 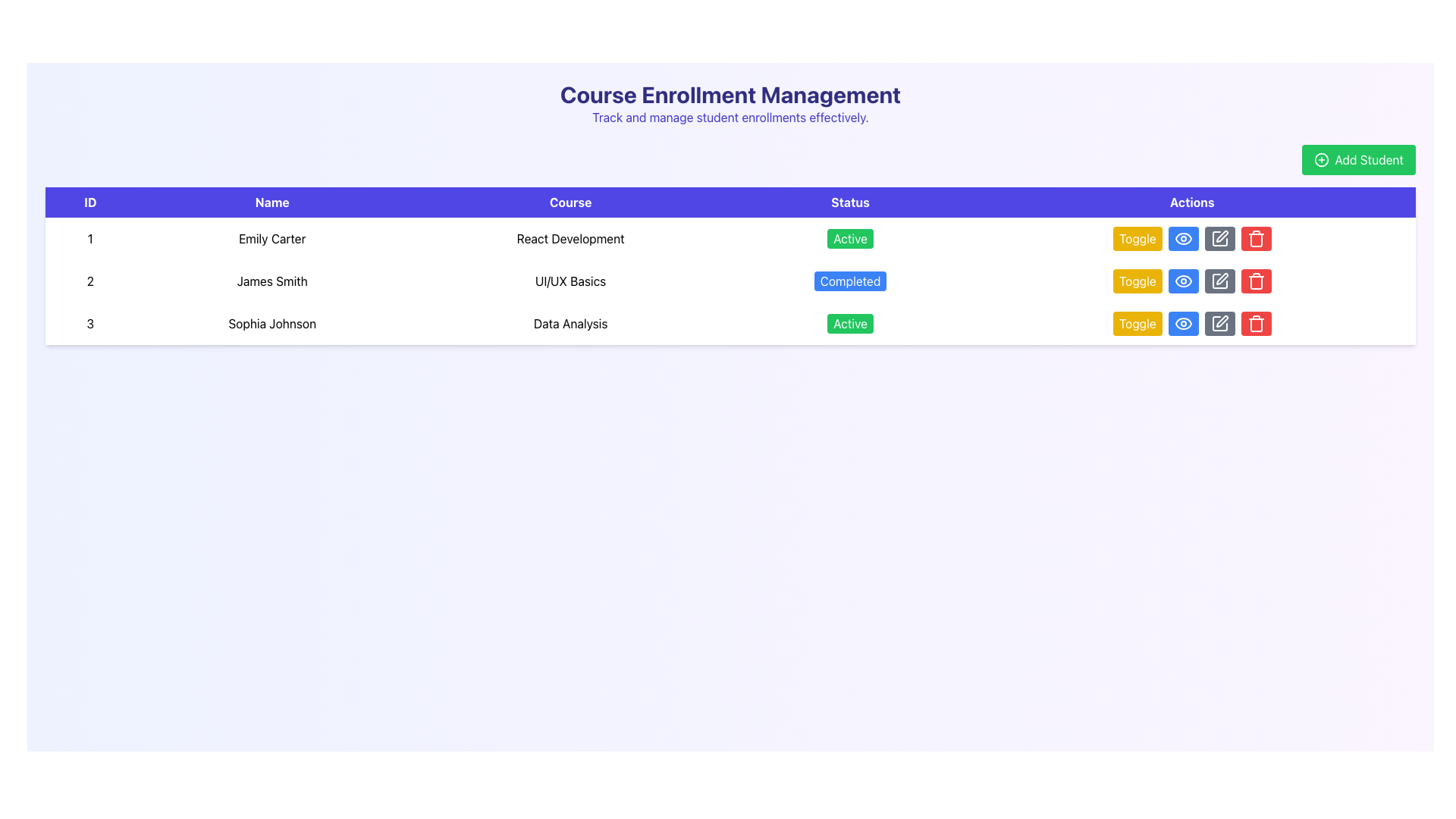 I want to click on the 'Completed' status indicator label in the 'Status' column of the 'UI/UX Basics' course row, so click(x=850, y=281).